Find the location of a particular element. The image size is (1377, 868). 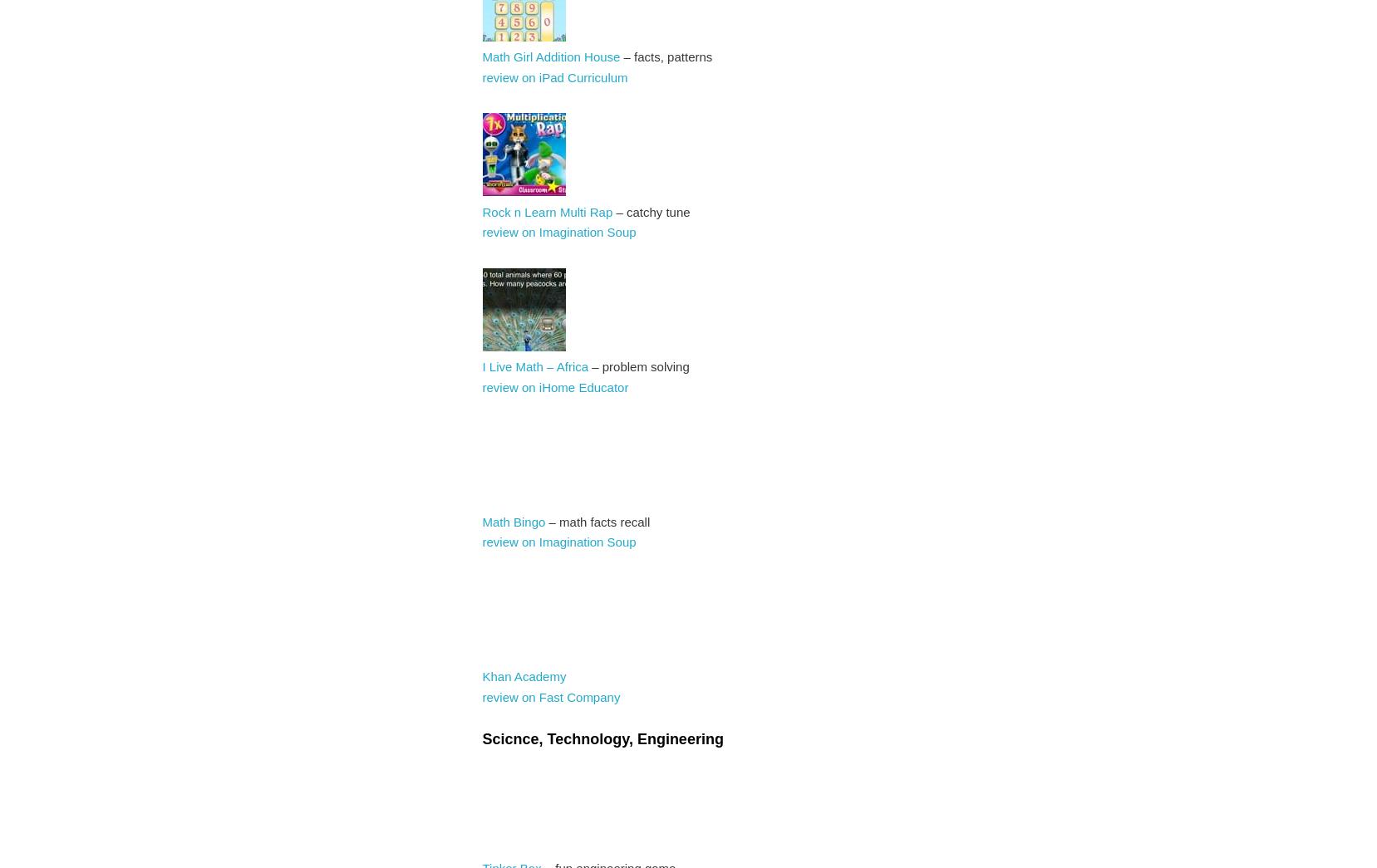

'– catchy tune' is located at coordinates (650, 210).